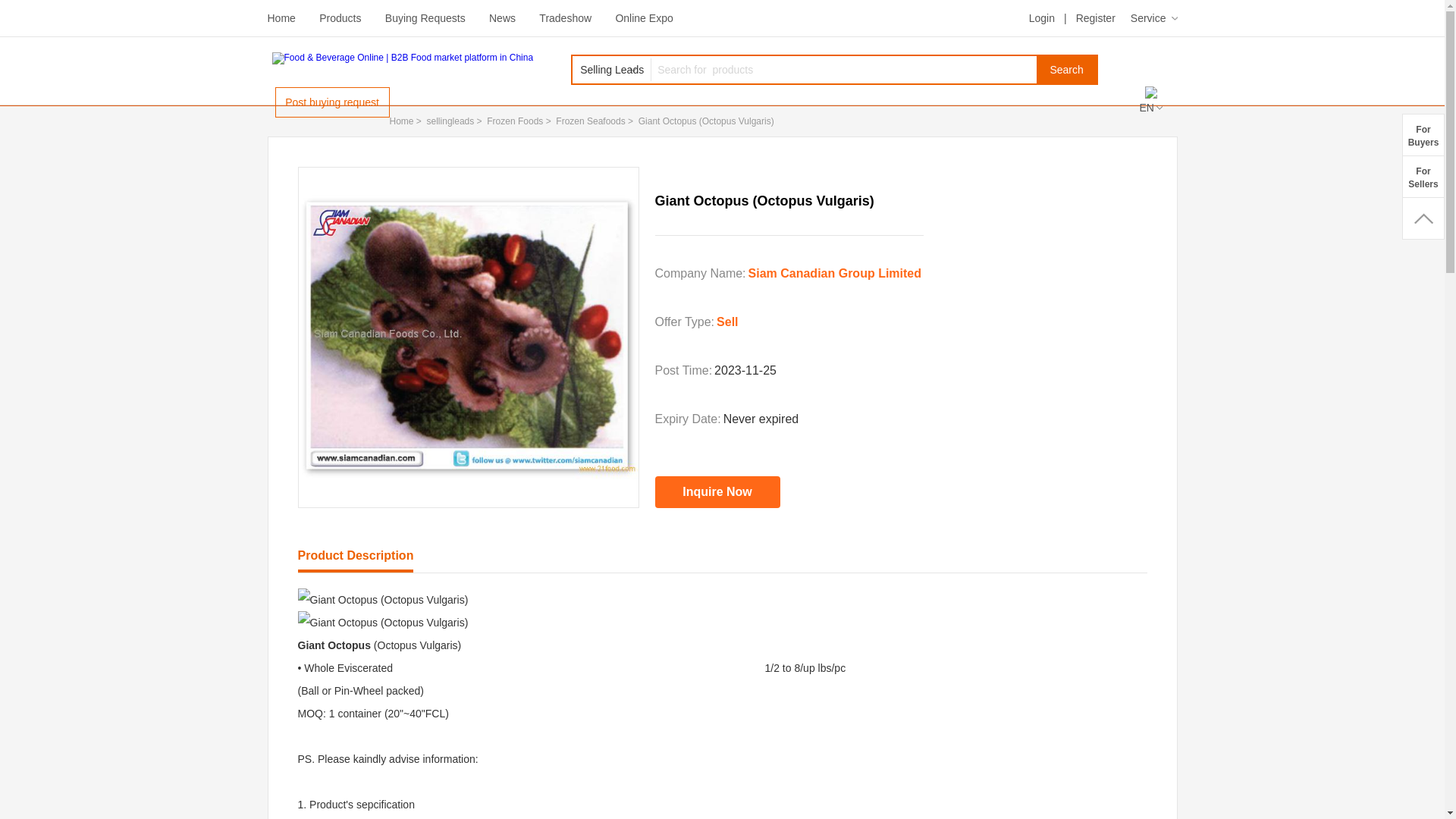  What do you see at coordinates (1150, 107) in the screenshot?
I see `'EN'` at bounding box center [1150, 107].